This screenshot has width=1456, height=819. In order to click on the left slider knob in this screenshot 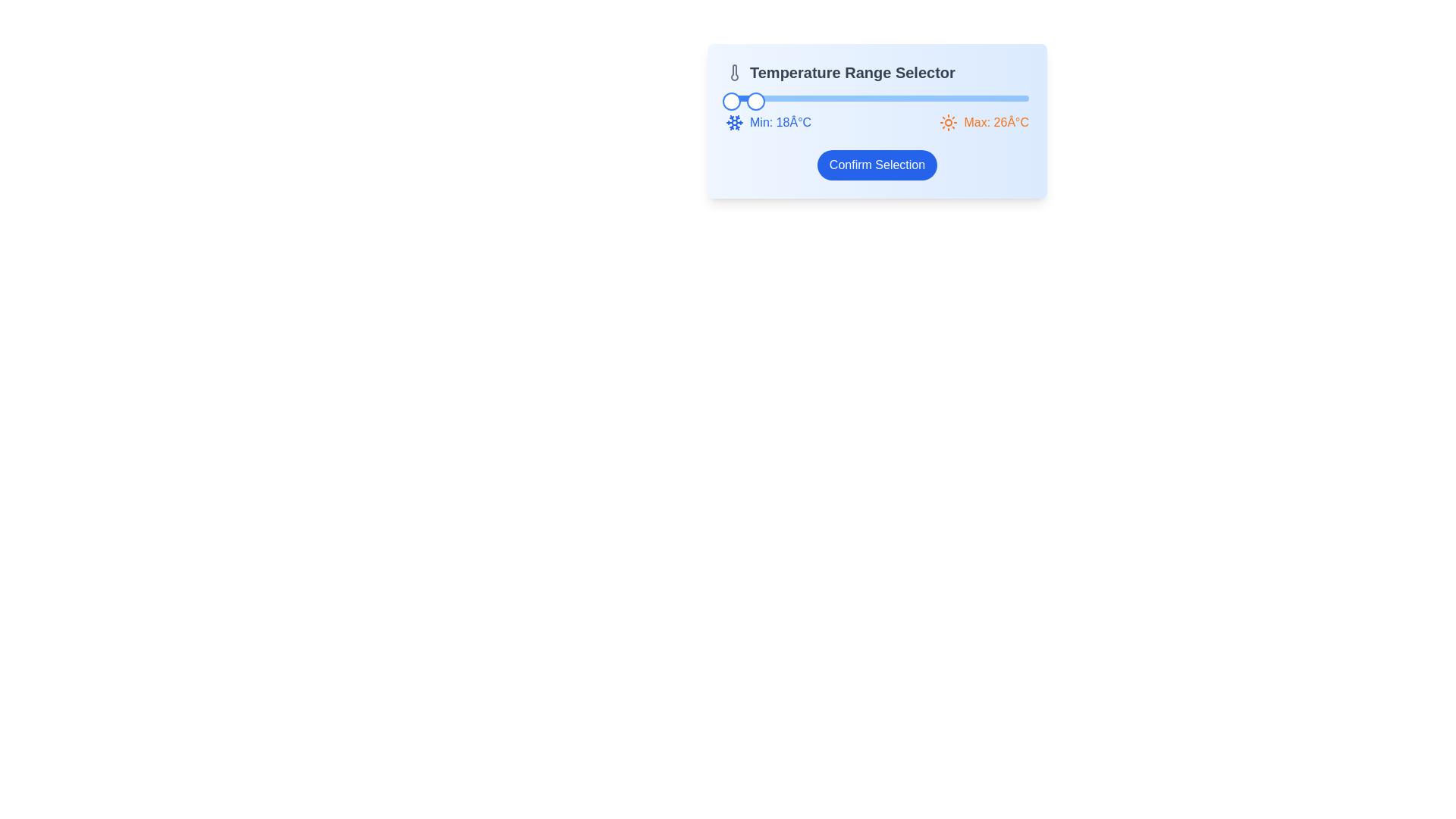, I will do `click(715, 102)`.